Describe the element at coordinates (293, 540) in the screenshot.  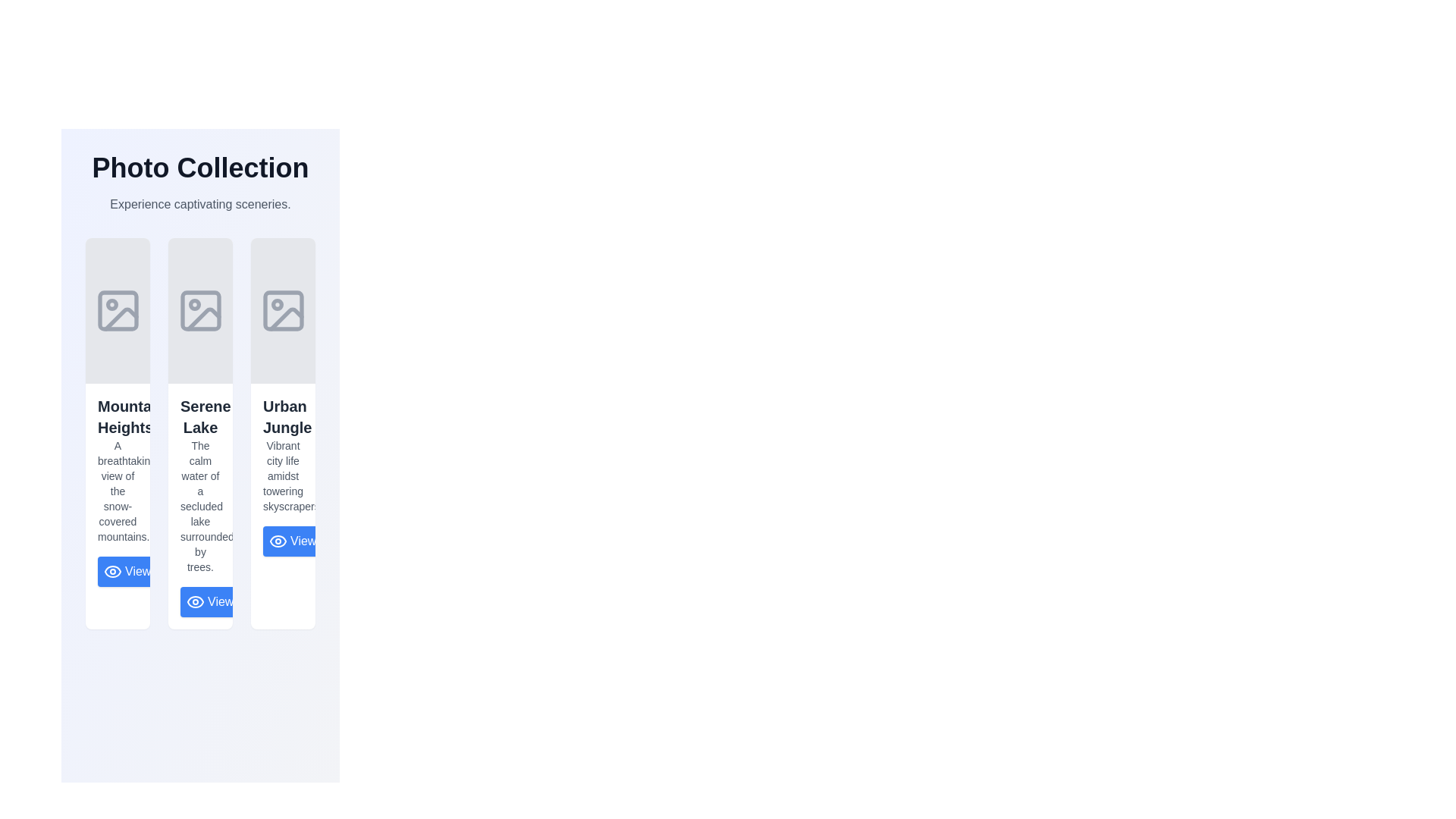
I see `the rounded rectangular button with a blue background and the text 'View'` at that location.